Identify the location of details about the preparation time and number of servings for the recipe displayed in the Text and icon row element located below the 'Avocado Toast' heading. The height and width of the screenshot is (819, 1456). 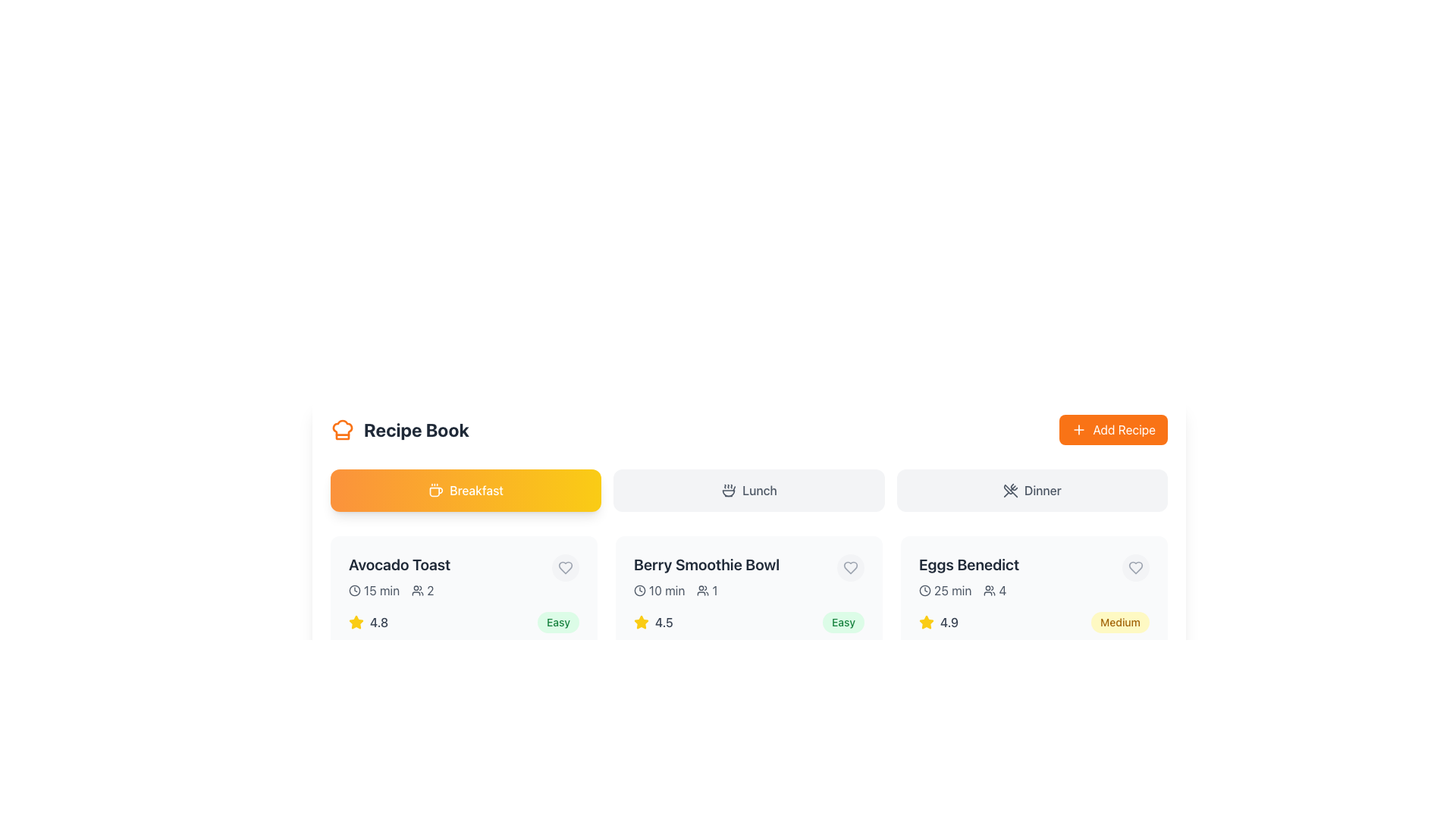
(400, 590).